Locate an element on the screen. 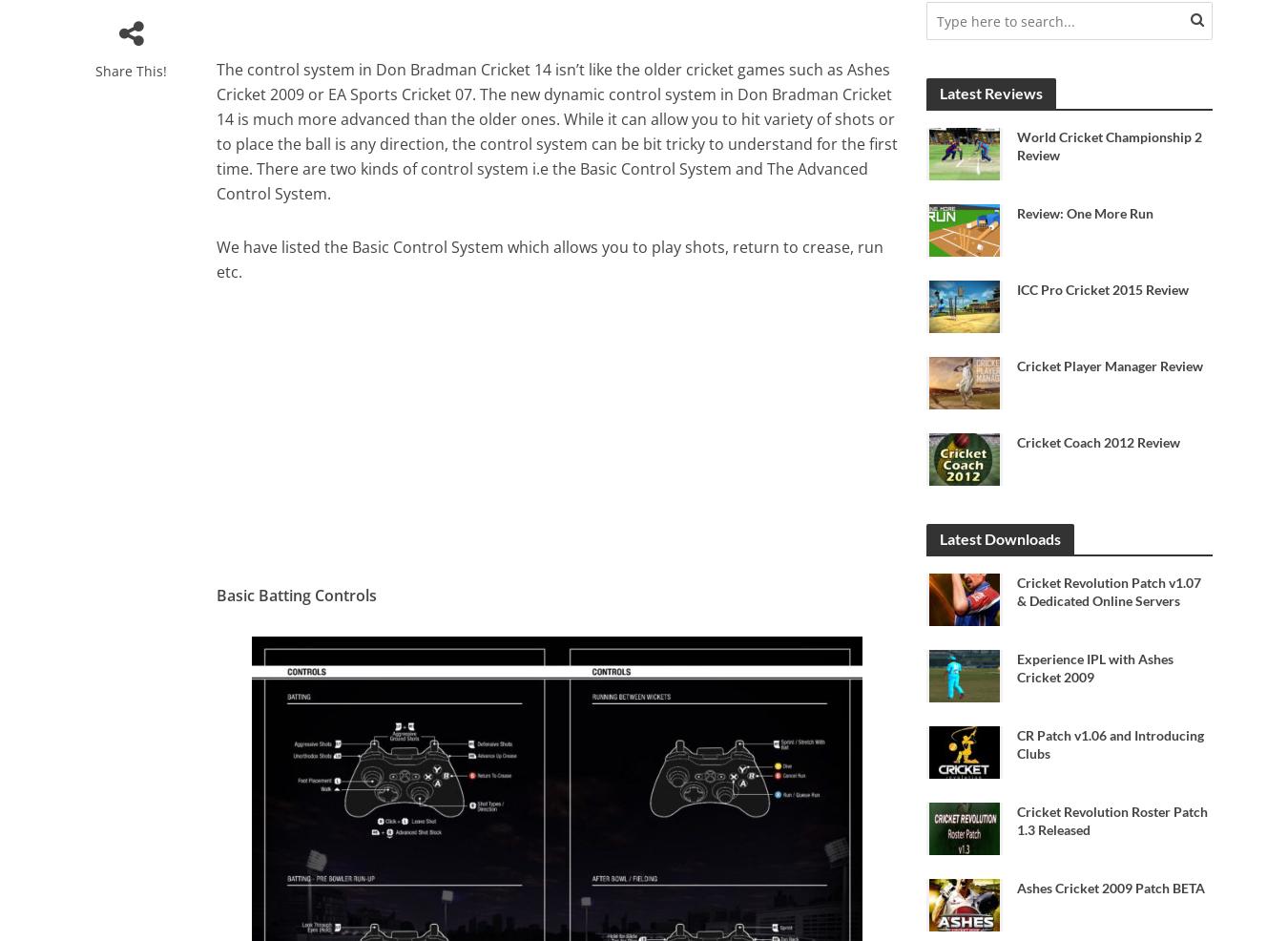 The width and height of the screenshot is (1288, 941). 'Latest Downloads' is located at coordinates (1000, 537).